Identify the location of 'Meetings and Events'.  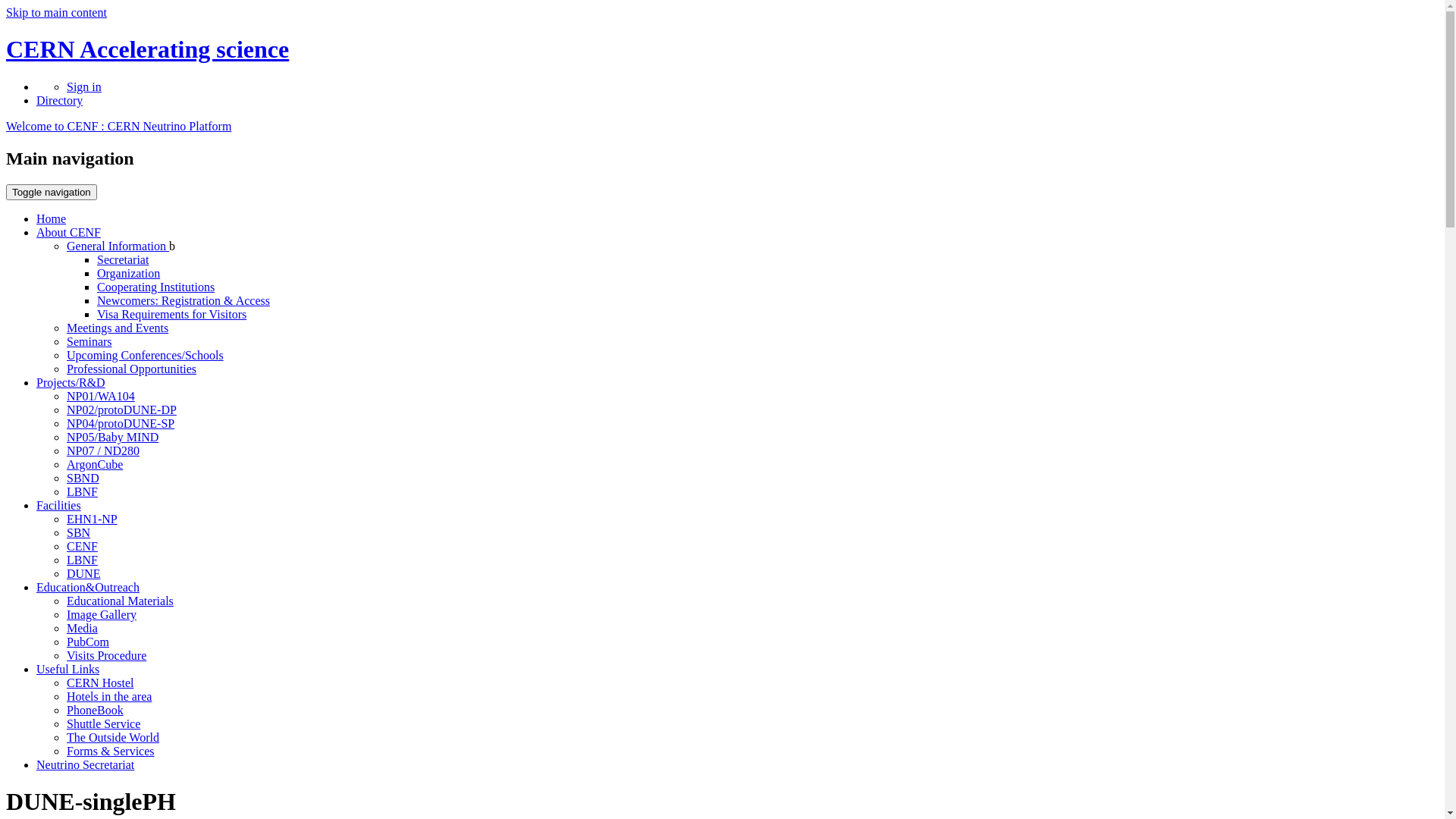
(116, 327).